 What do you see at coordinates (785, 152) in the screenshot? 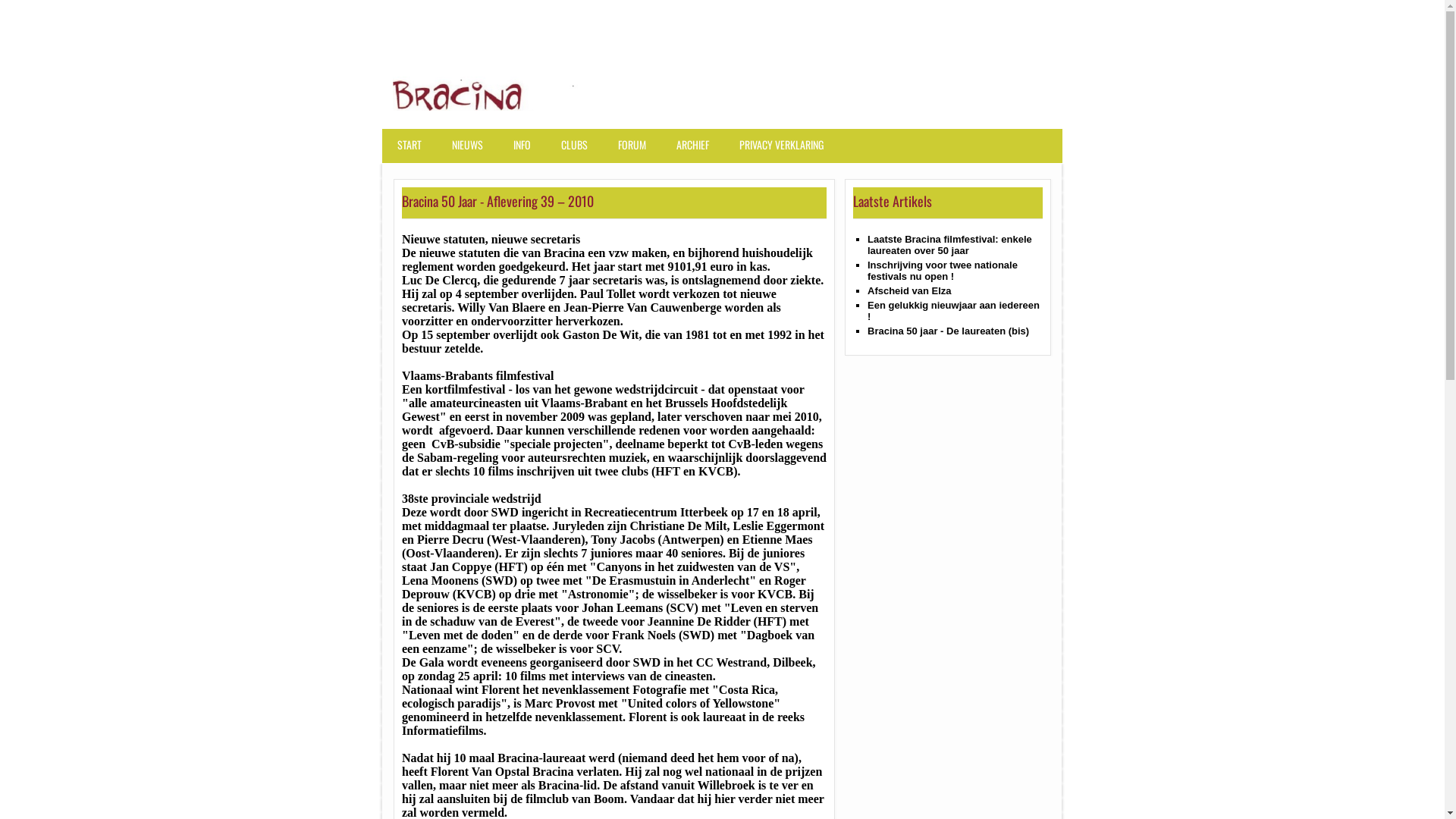
I see `'PRIVACY VERKLARING'` at bounding box center [785, 152].